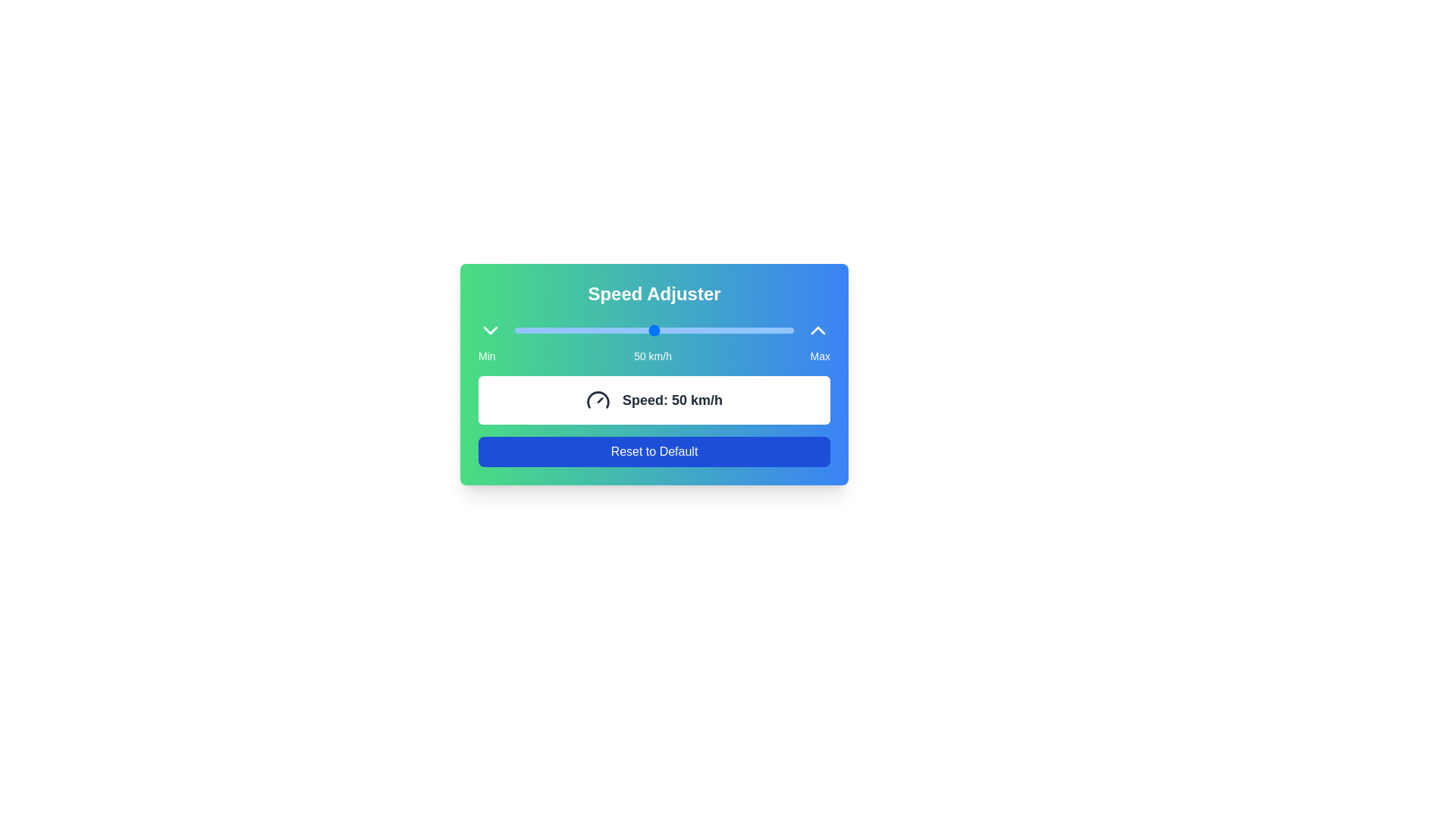  Describe the element at coordinates (556, 329) in the screenshot. I see `the slider value` at that location.